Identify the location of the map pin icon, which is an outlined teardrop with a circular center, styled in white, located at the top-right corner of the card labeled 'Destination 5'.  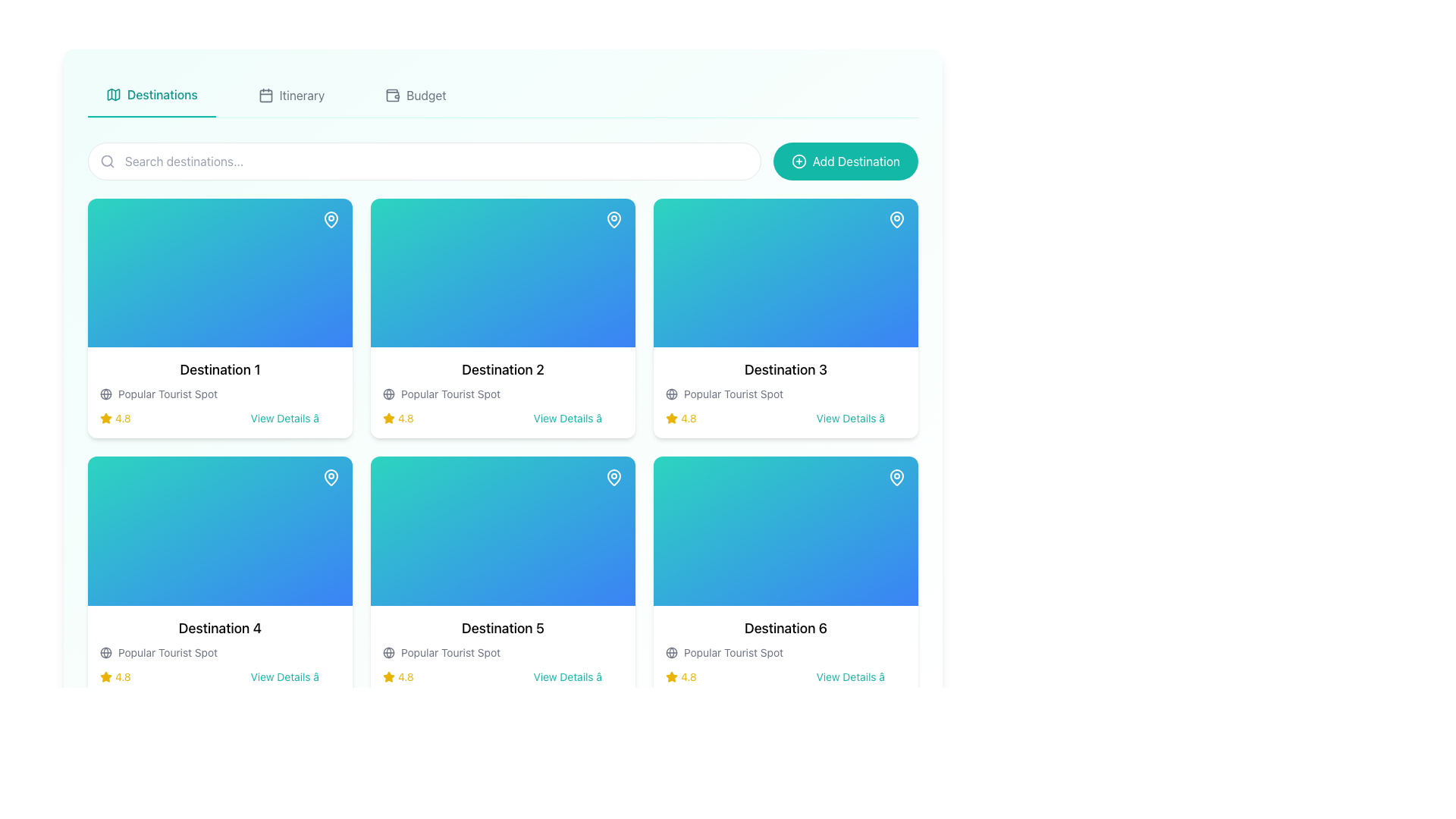
(614, 476).